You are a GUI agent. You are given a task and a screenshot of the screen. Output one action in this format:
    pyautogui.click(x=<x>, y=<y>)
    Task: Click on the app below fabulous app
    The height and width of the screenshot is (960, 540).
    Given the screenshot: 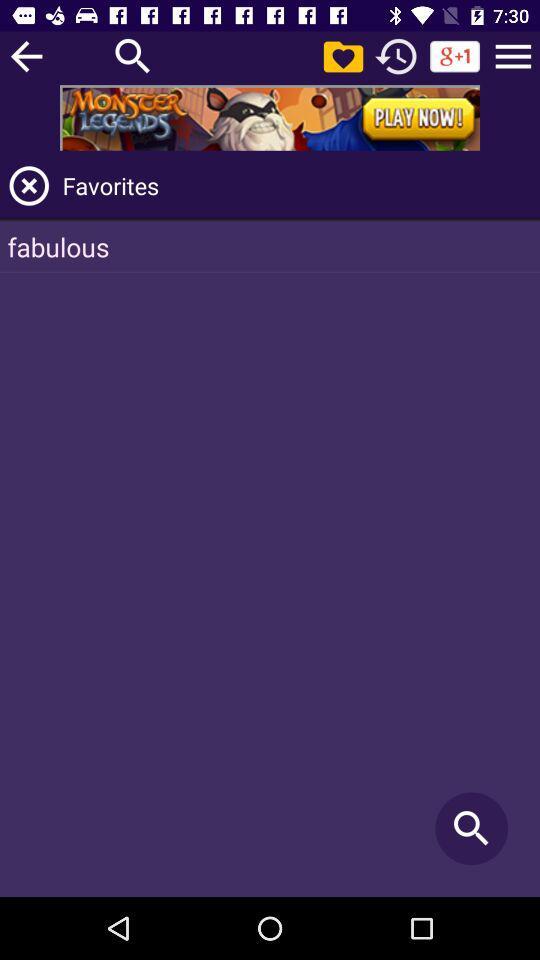 What is the action you would take?
    pyautogui.click(x=471, y=828)
    